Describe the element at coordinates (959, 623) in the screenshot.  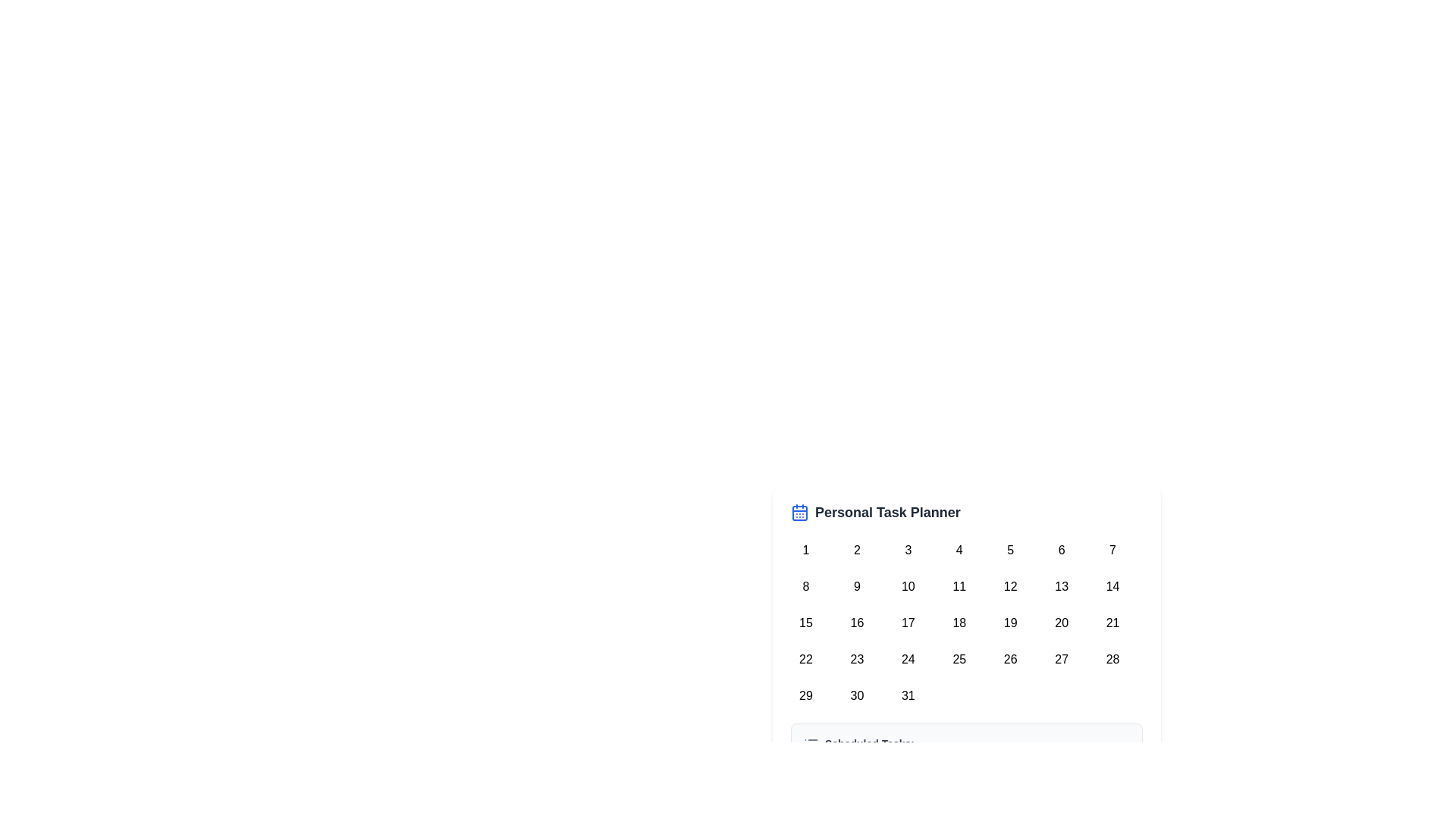
I see `the circular button displaying the number '18' in a calendar interface` at that location.